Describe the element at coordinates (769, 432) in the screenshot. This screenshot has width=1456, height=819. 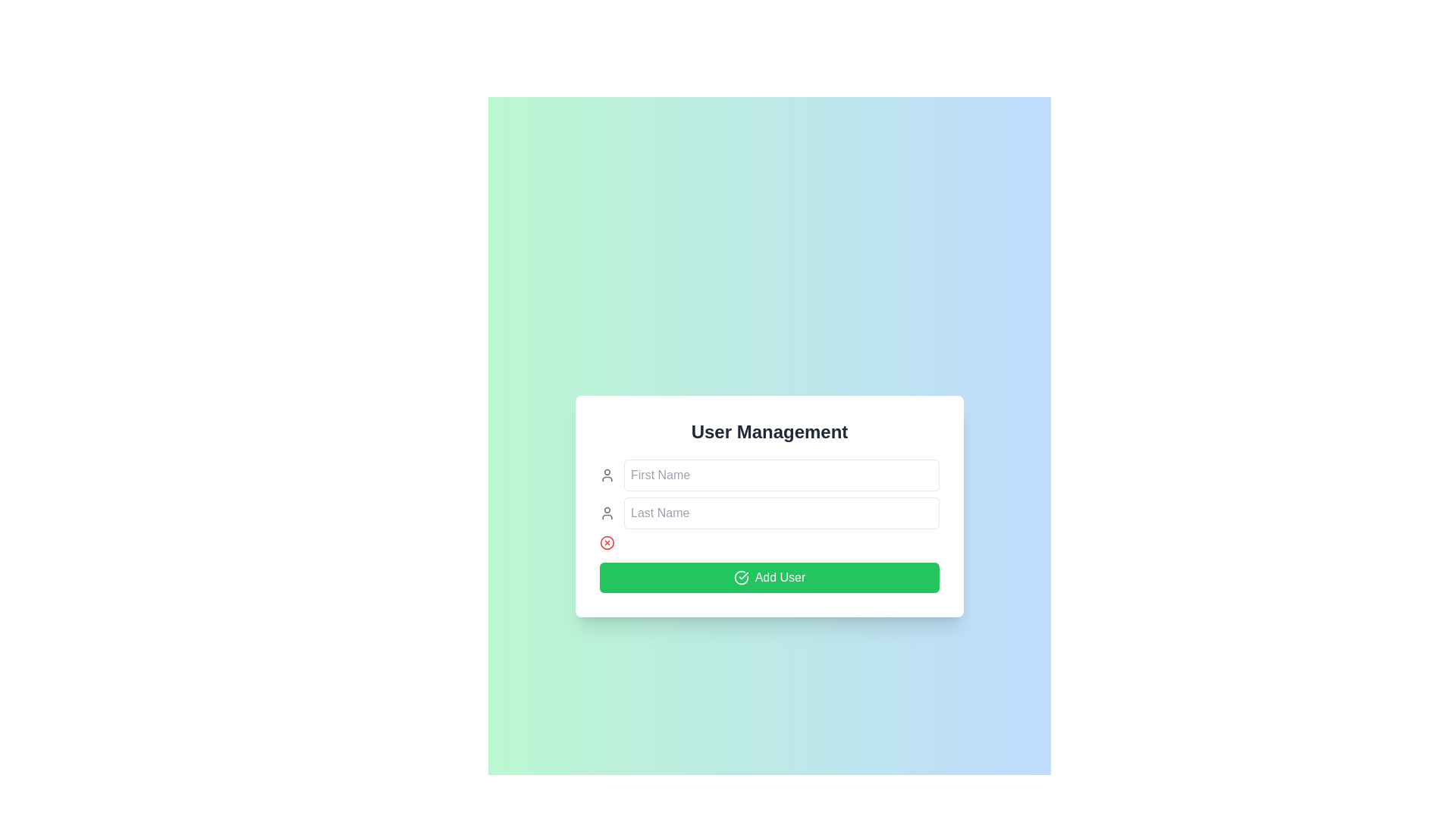
I see `the Text label (header) that serves as a title for the user management form, positioned at the top of the white dialog box above the input fields for 'First Name' and 'Last Name'` at that location.